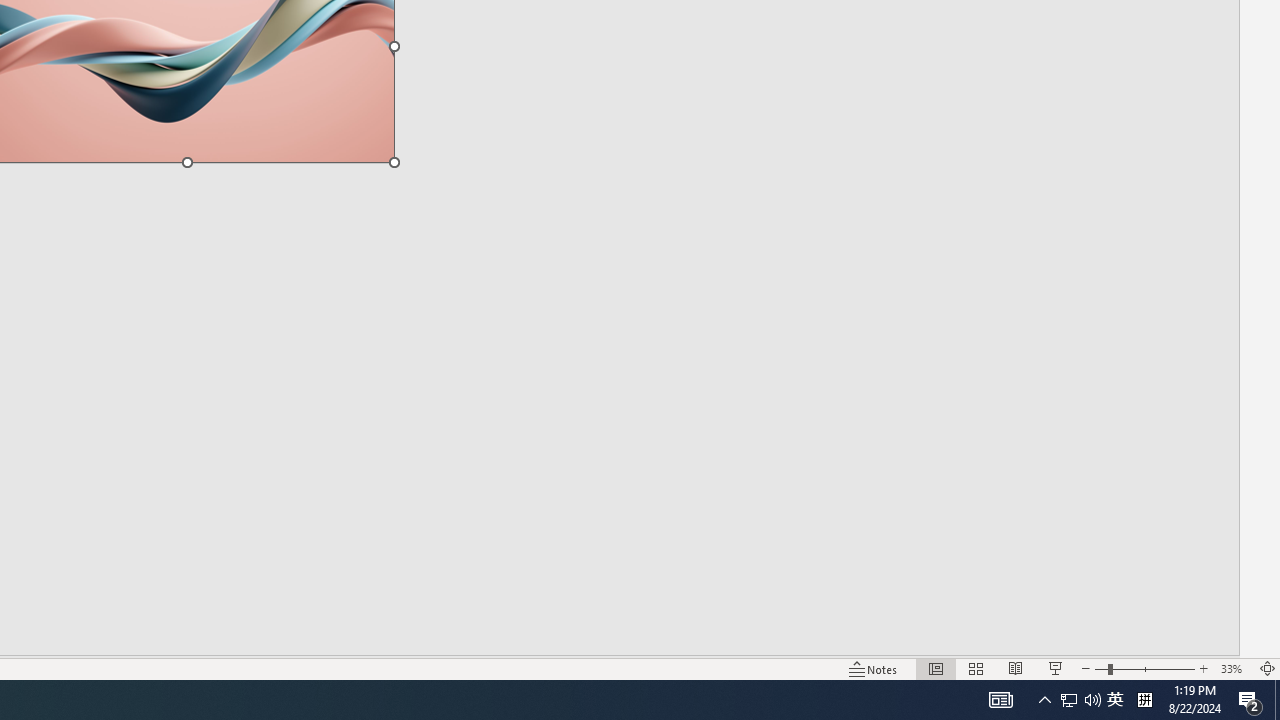 This screenshot has width=1280, height=720. What do you see at coordinates (1233, 669) in the screenshot?
I see `'Zoom 33%'` at bounding box center [1233, 669].